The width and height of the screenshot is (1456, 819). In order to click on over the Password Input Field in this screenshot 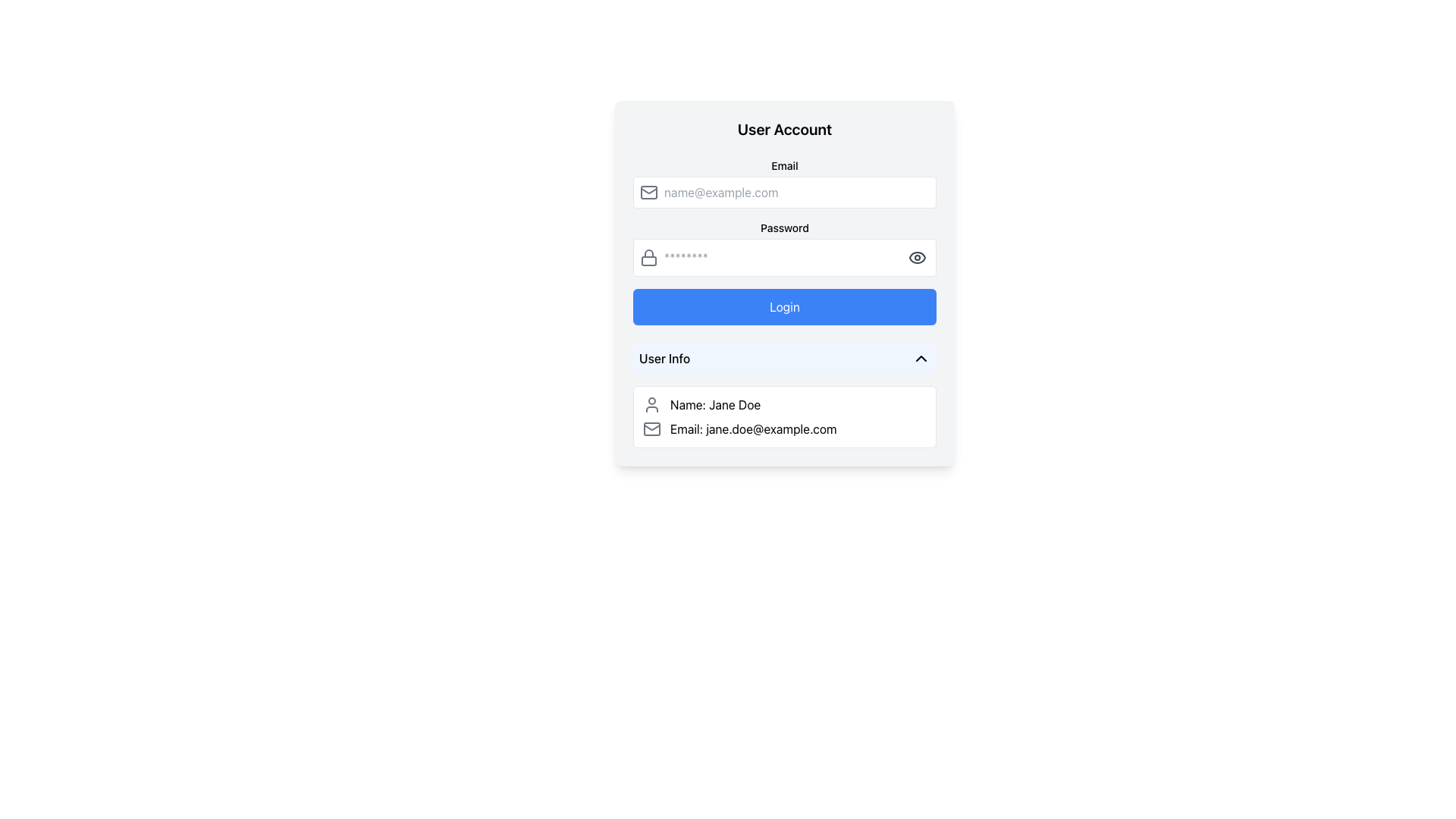, I will do `click(785, 247)`.